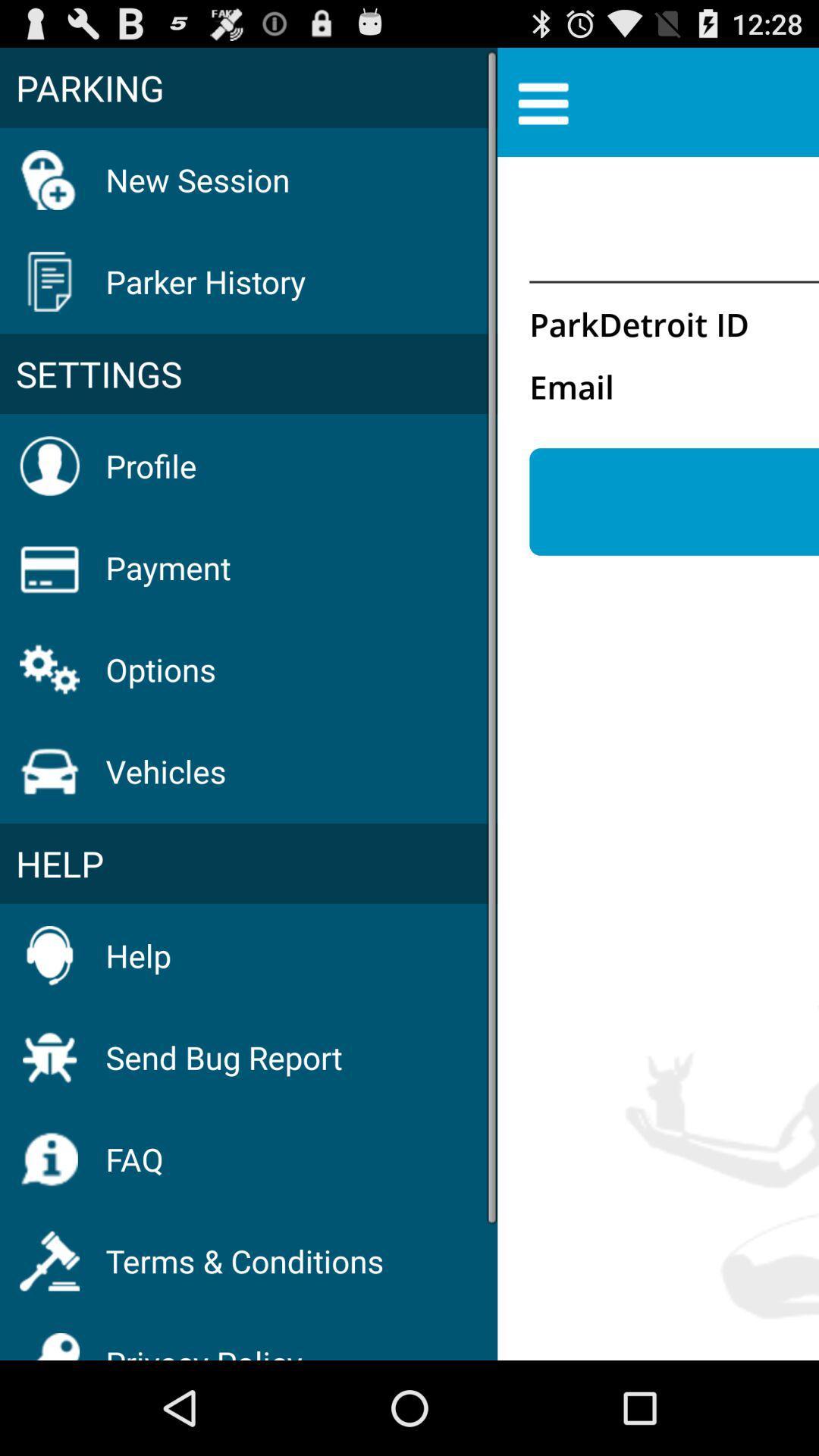 This screenshot has height=1456, width=819. I want to click on icon above parker history, so click(197, 179).